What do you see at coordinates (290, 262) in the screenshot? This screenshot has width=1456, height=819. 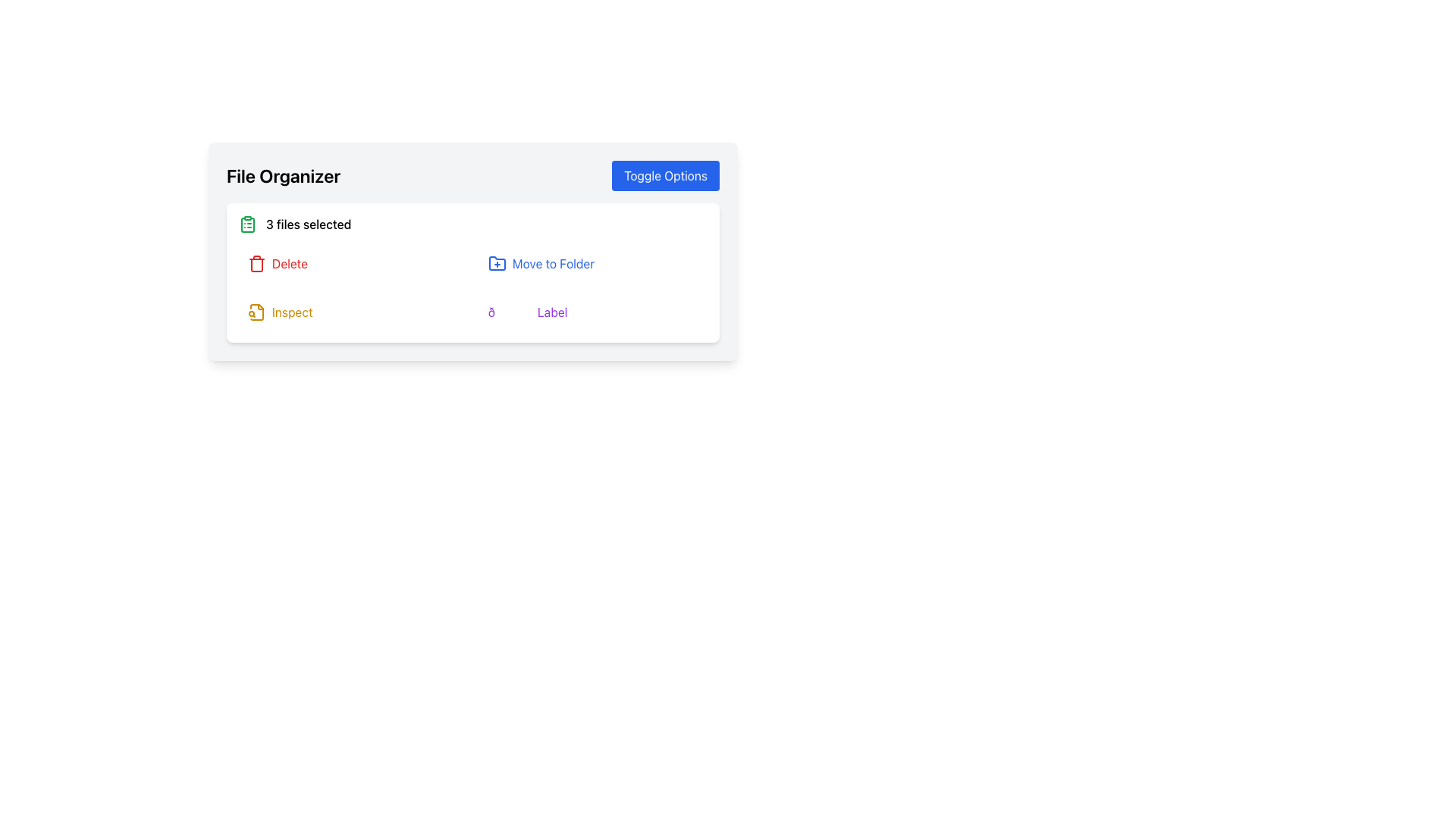 I see `the static text 'Delete', which is styled in a red serif font and located below the header indicating selected files, adjacent to options like 'Move to Folder' and 'Inspect'` at bounding box center [290, 262].